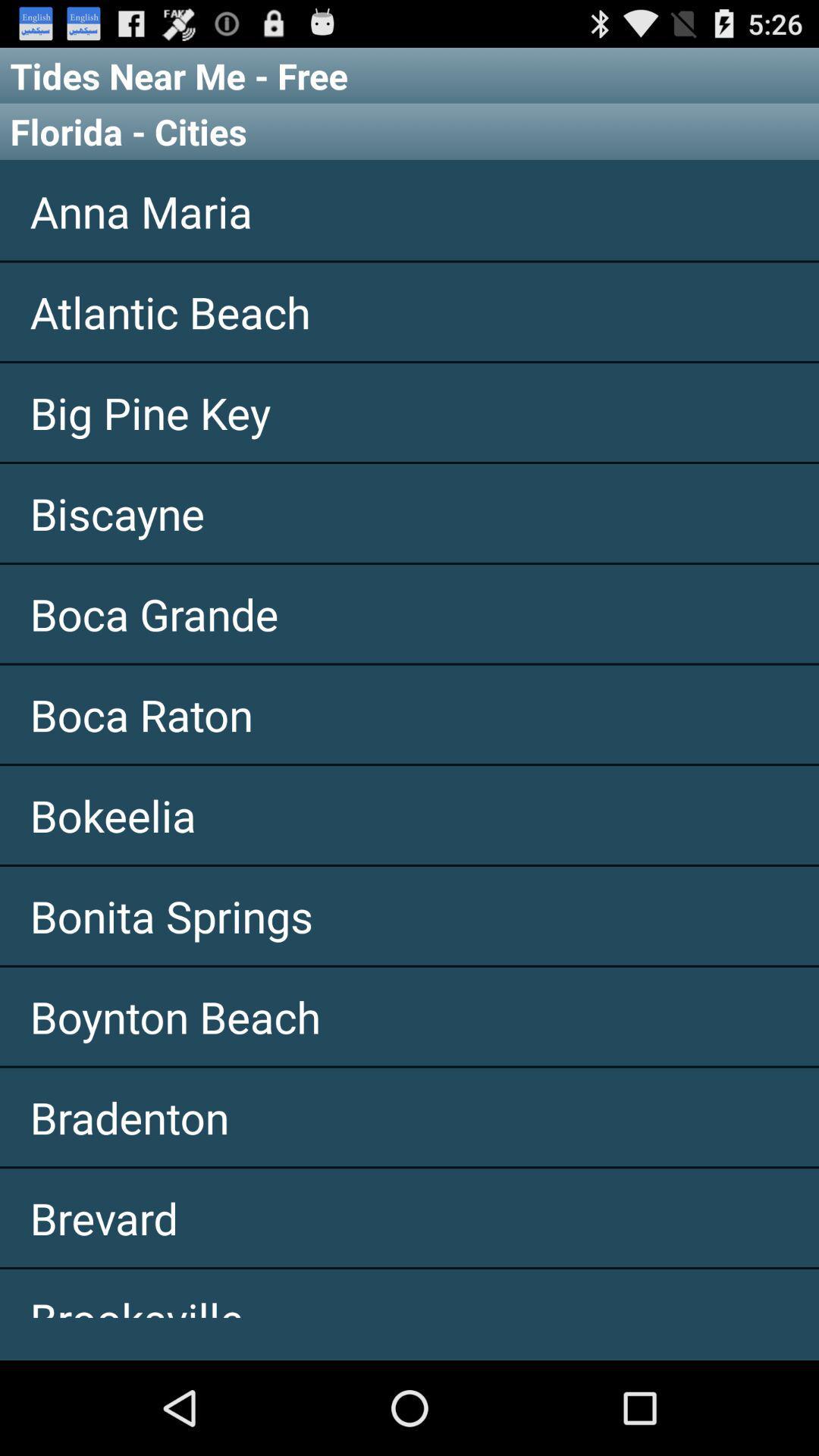 Image resolution: width=819 pixels, height=1456 pixels. Describe the element at coordinates (409, 1313) in the screenshot. I see `the icon below brevard` at that location.